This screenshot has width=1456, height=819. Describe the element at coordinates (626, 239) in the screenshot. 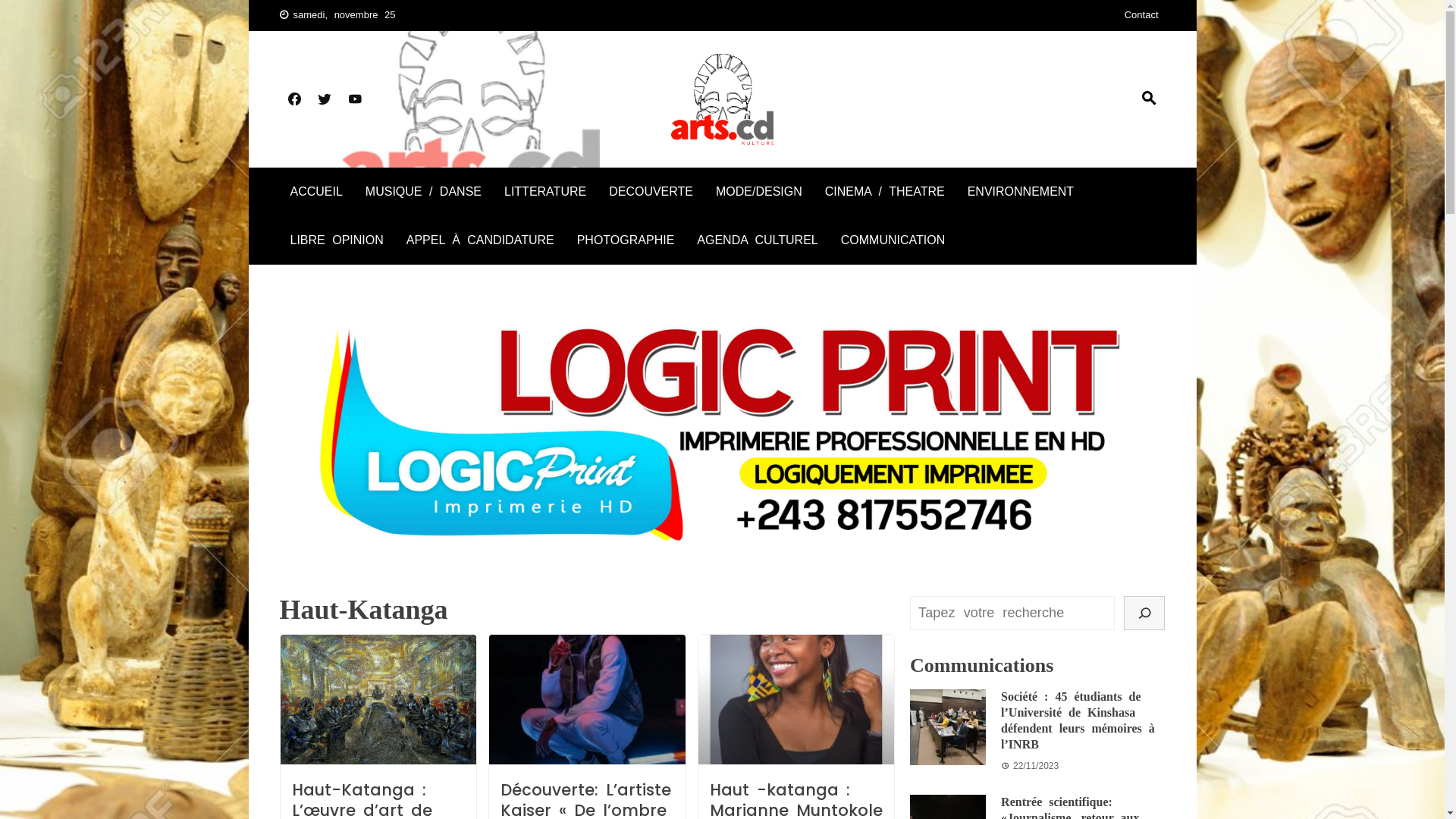

I see `'PHOTOGRAPHIE'` at that location.